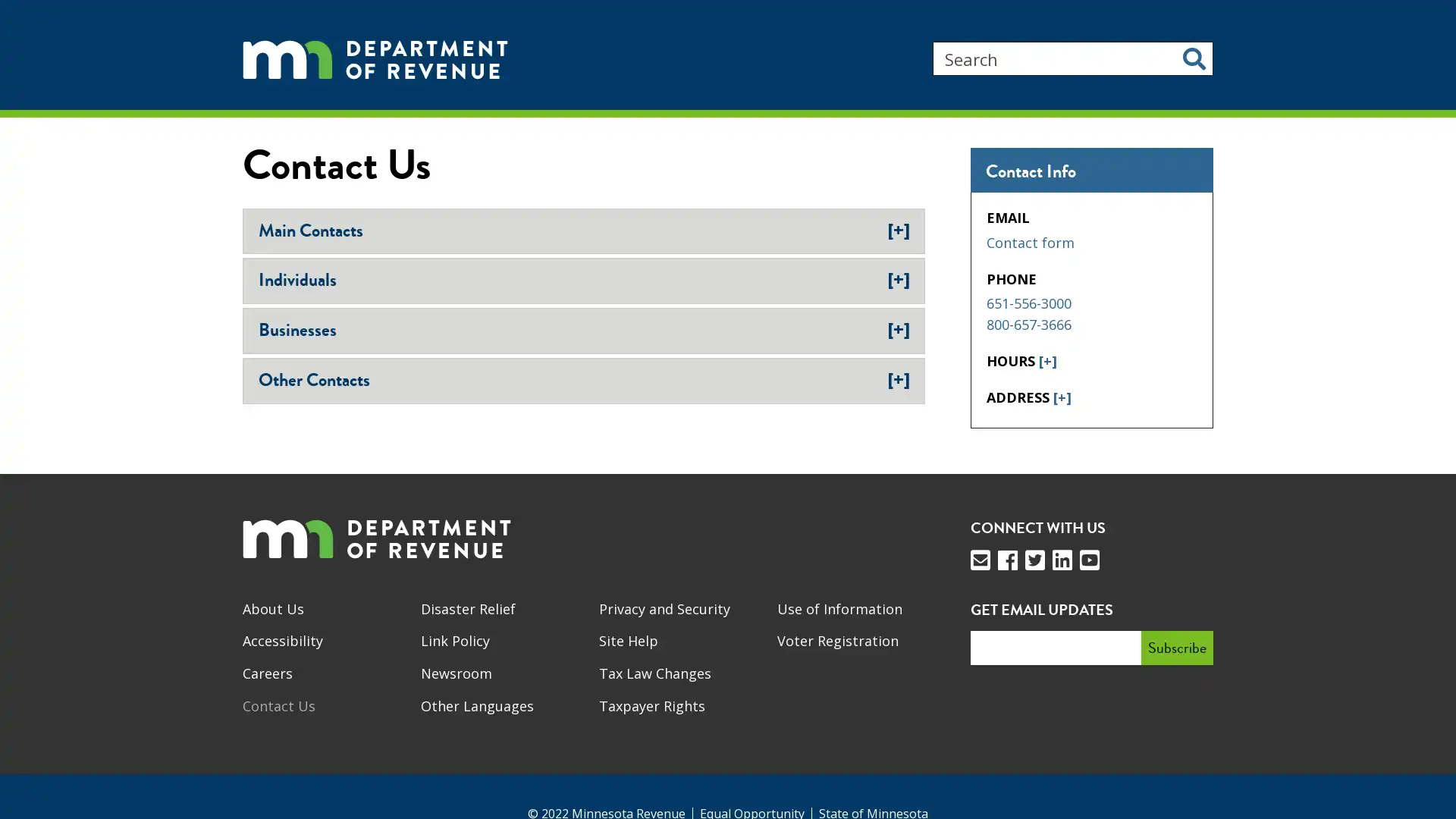 Image resolution: width=1456 pixels, height=819 pixels. What do you see at coordinates (1194, 58) in the screenshot?
I see `Search` at bounding box center [1194, 58].